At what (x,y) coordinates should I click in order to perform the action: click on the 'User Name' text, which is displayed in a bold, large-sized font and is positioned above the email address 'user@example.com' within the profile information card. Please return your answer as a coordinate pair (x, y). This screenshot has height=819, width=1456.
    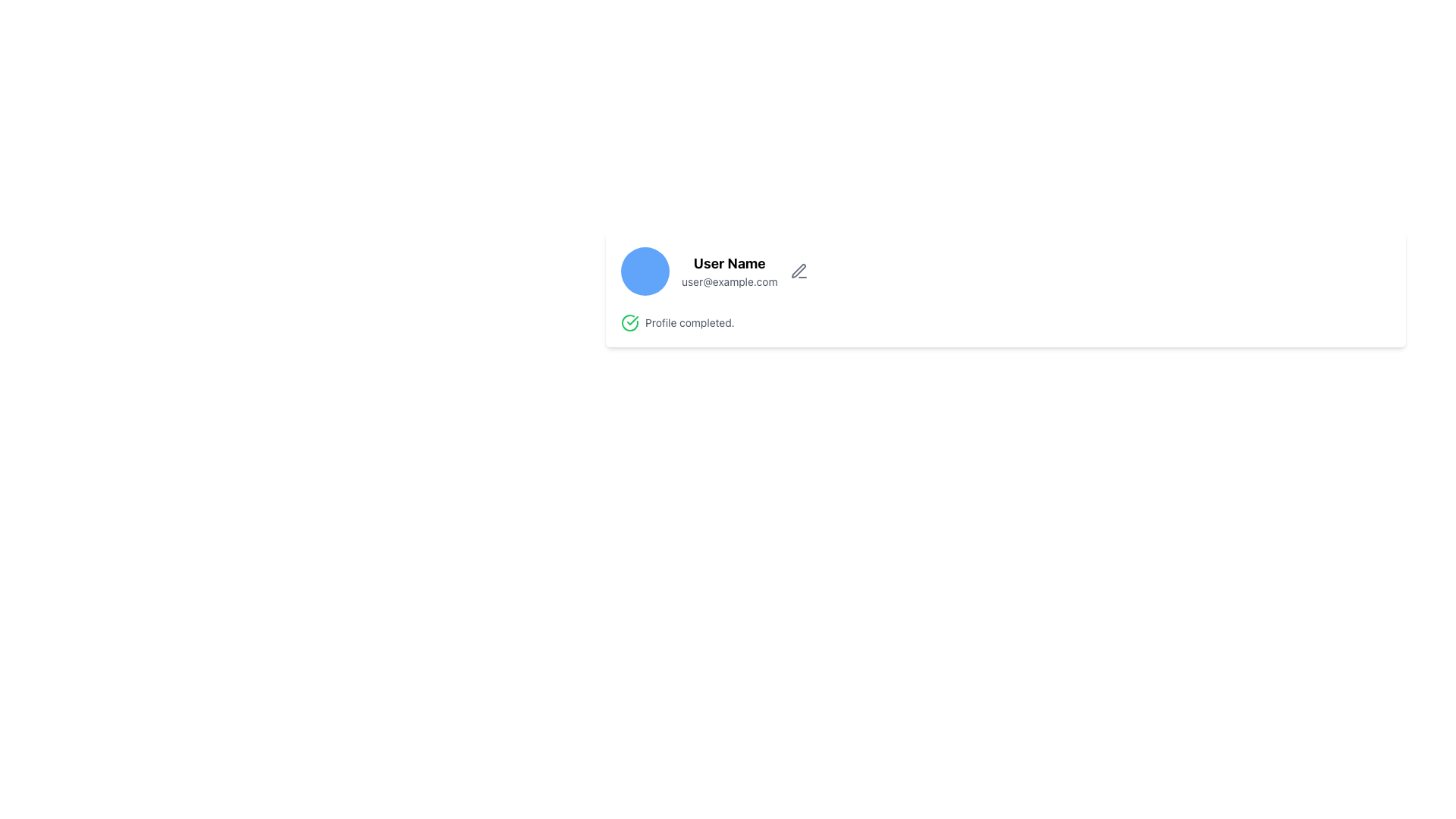
    Looking at the image, I should click on (730, 262).